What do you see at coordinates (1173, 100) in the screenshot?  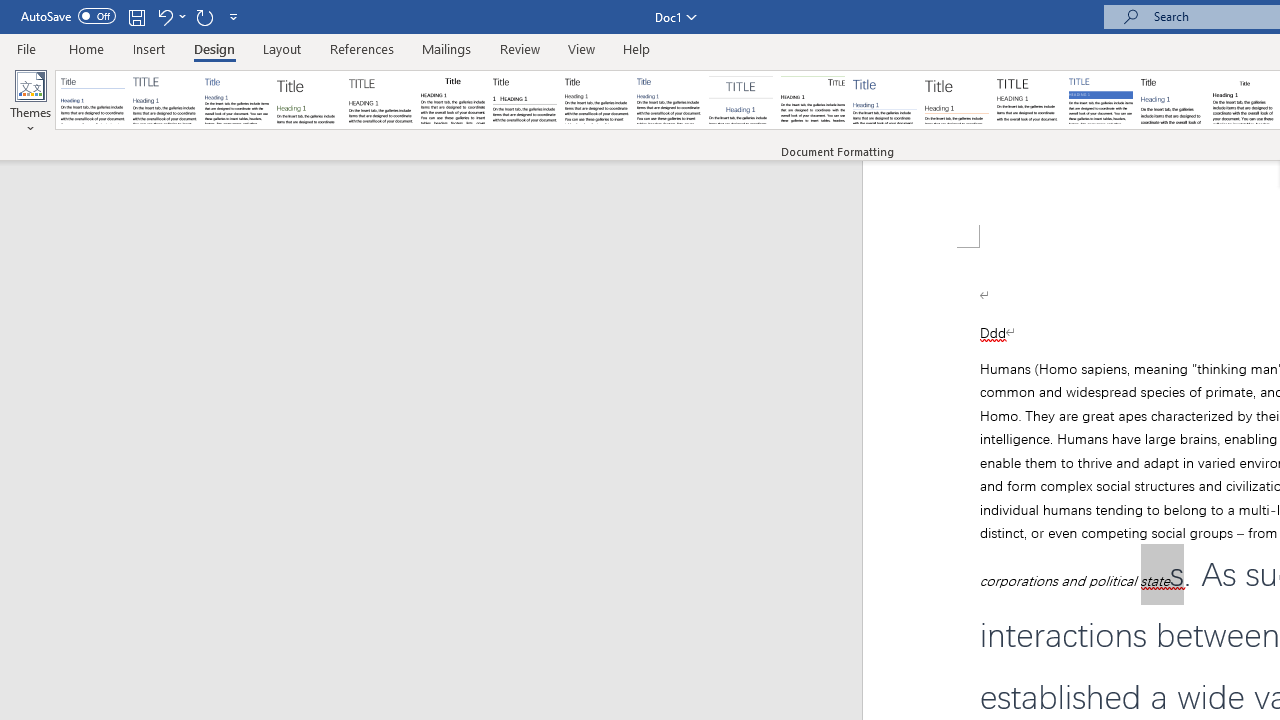 I see `'Word'` at bounding box center [1173, 100].